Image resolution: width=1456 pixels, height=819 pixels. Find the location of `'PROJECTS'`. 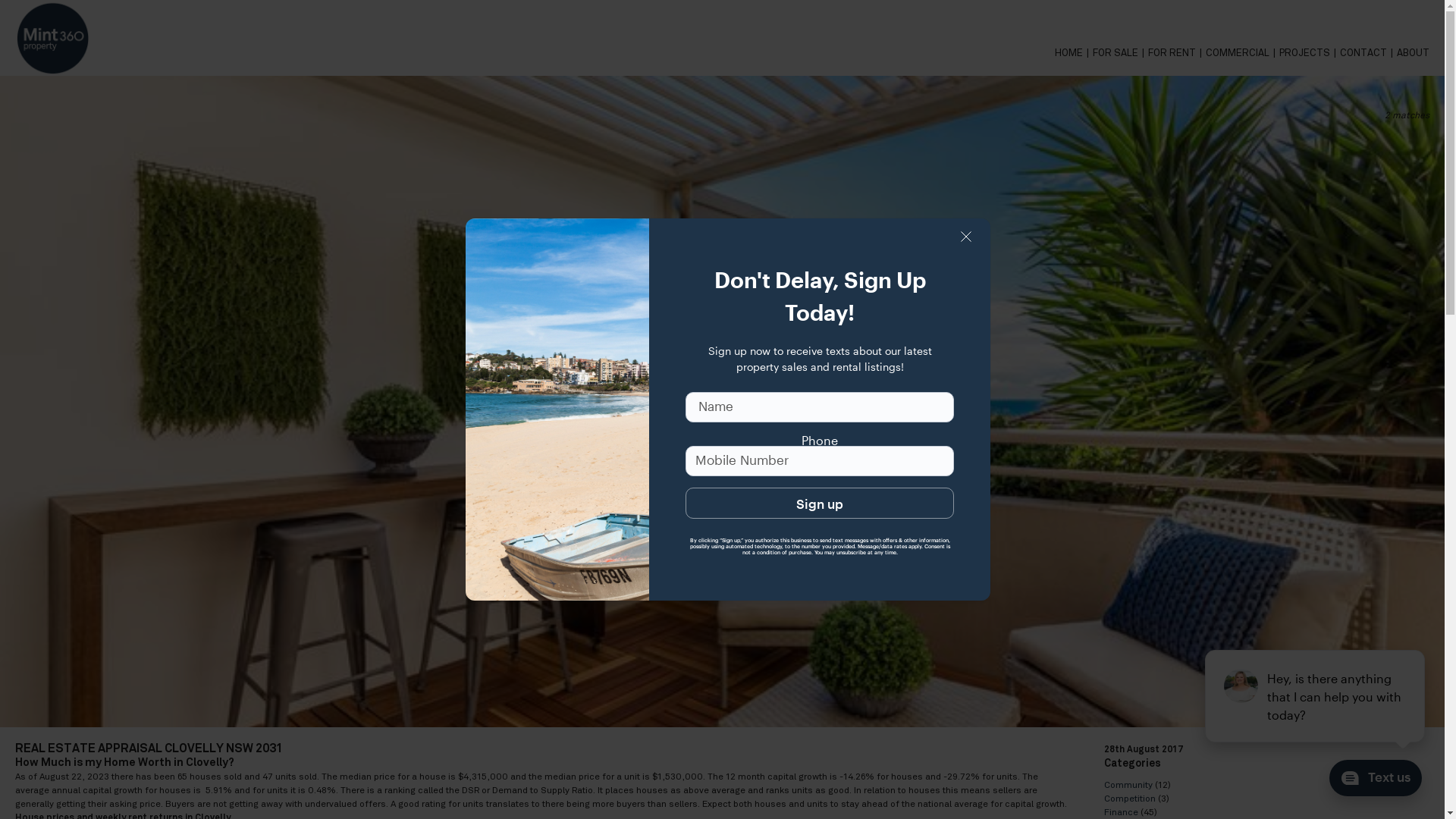

'PROJECTS' is located at coordinates (1309, 52).